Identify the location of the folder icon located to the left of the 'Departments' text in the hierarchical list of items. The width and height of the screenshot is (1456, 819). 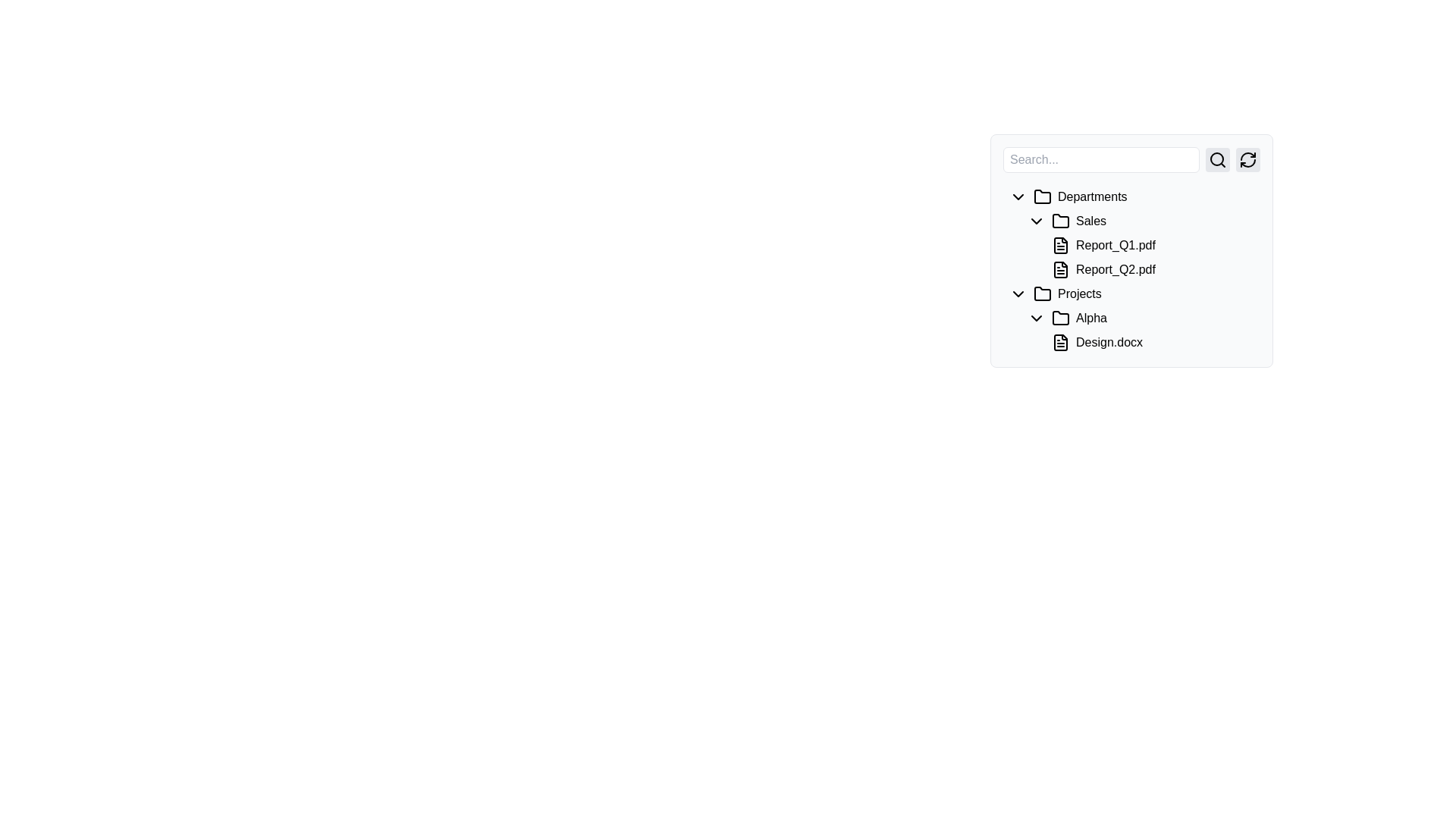
(1041, 196).